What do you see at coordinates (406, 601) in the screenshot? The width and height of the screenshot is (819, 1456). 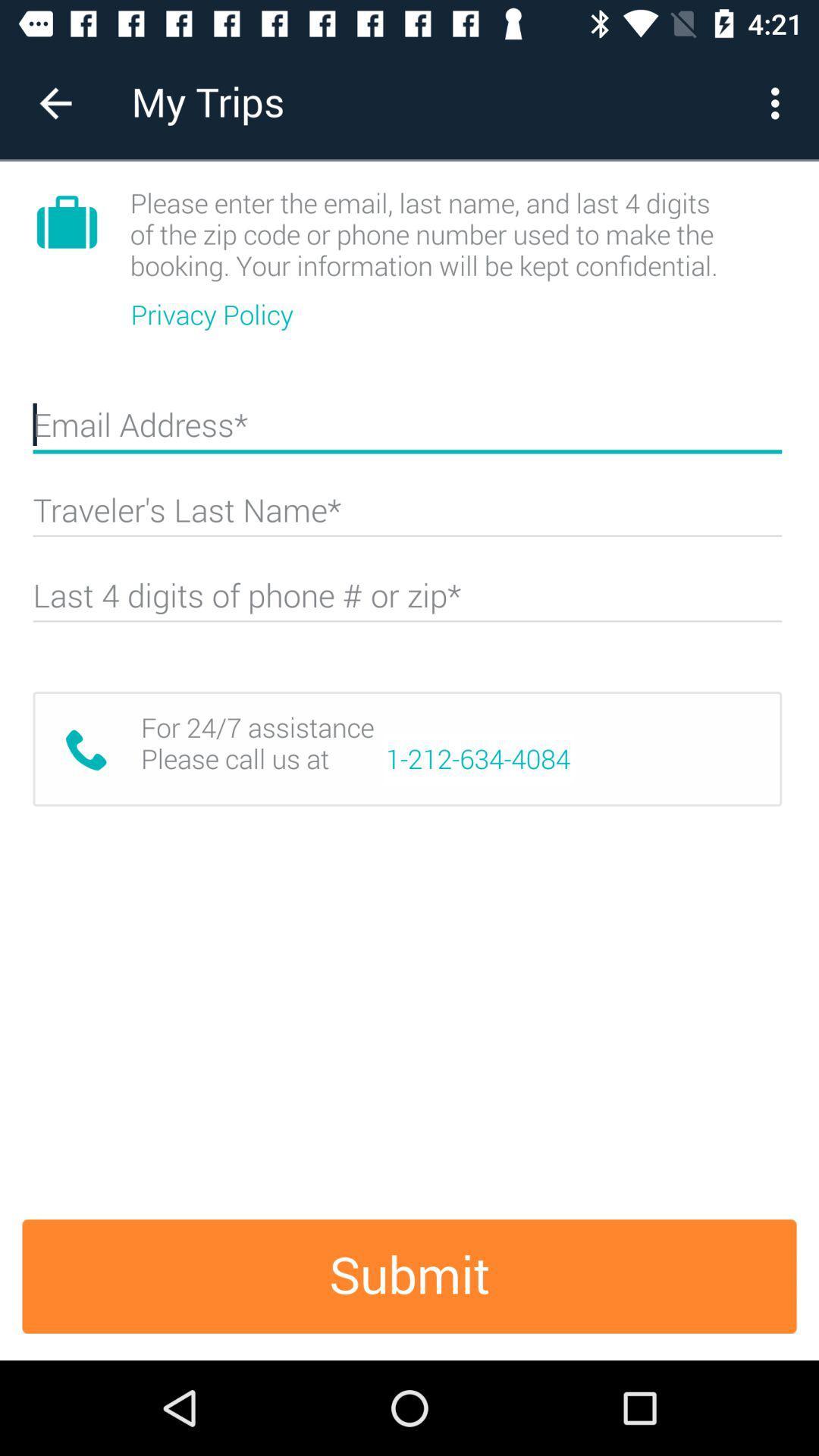 I see `information box` at bounding box center [406, 601].